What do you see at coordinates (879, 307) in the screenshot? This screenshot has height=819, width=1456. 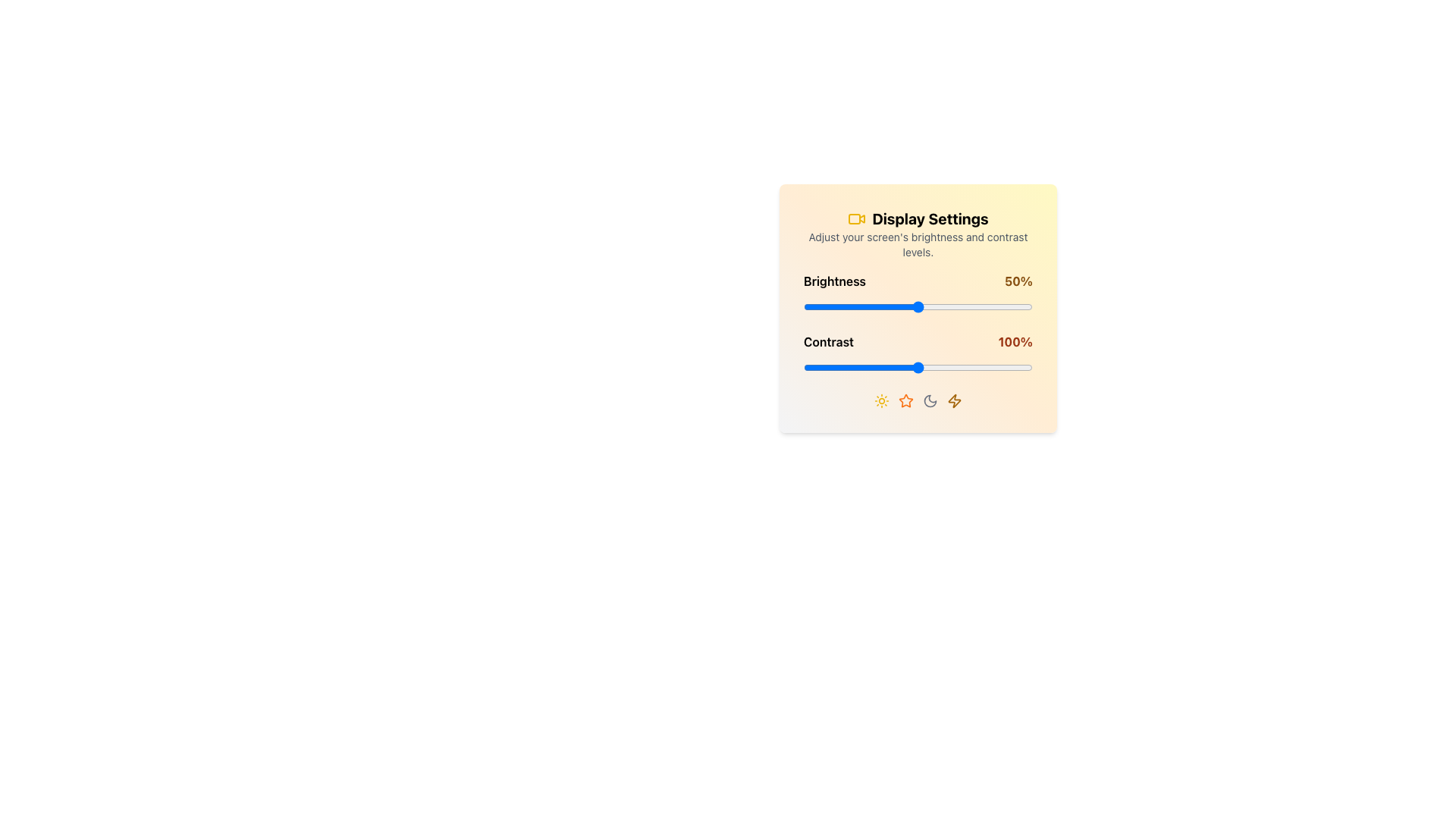 I see `the brightness` at bounding box center [879, 307].